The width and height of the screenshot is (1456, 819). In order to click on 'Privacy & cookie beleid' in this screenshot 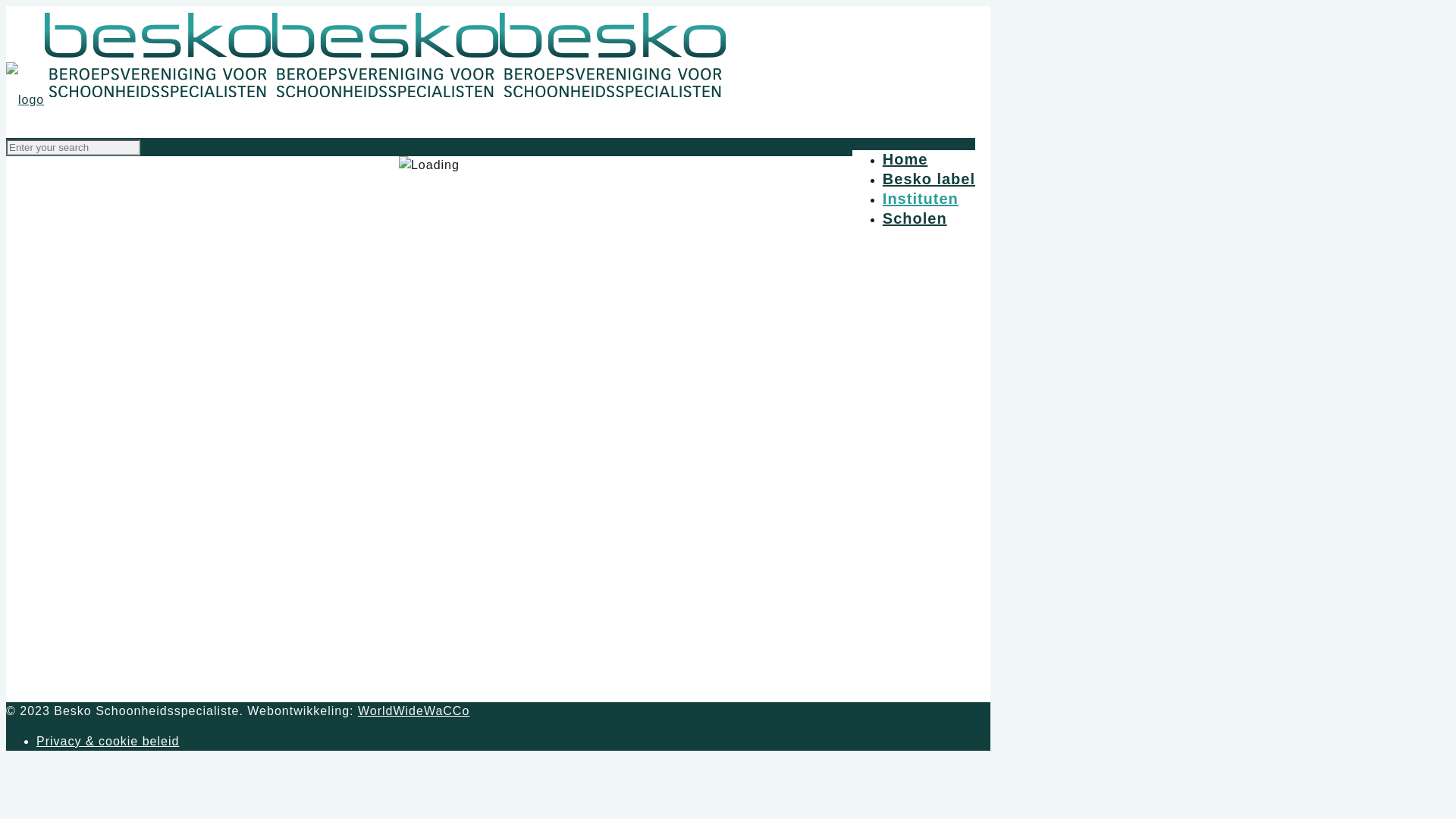, I will do `click(107, 740)`.